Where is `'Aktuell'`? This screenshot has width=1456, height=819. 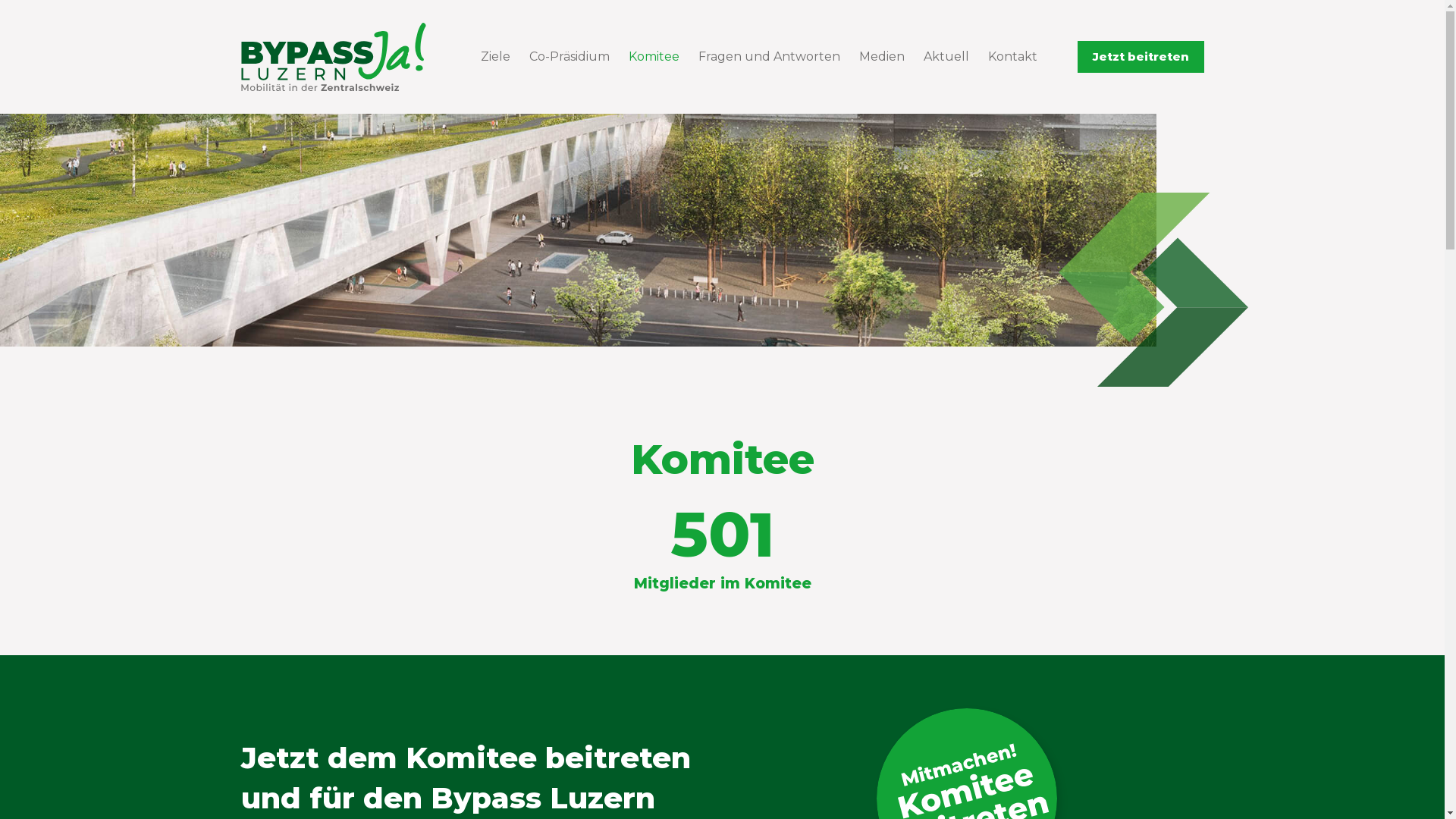
'Aktuell' is located at coordinates (913, 55).